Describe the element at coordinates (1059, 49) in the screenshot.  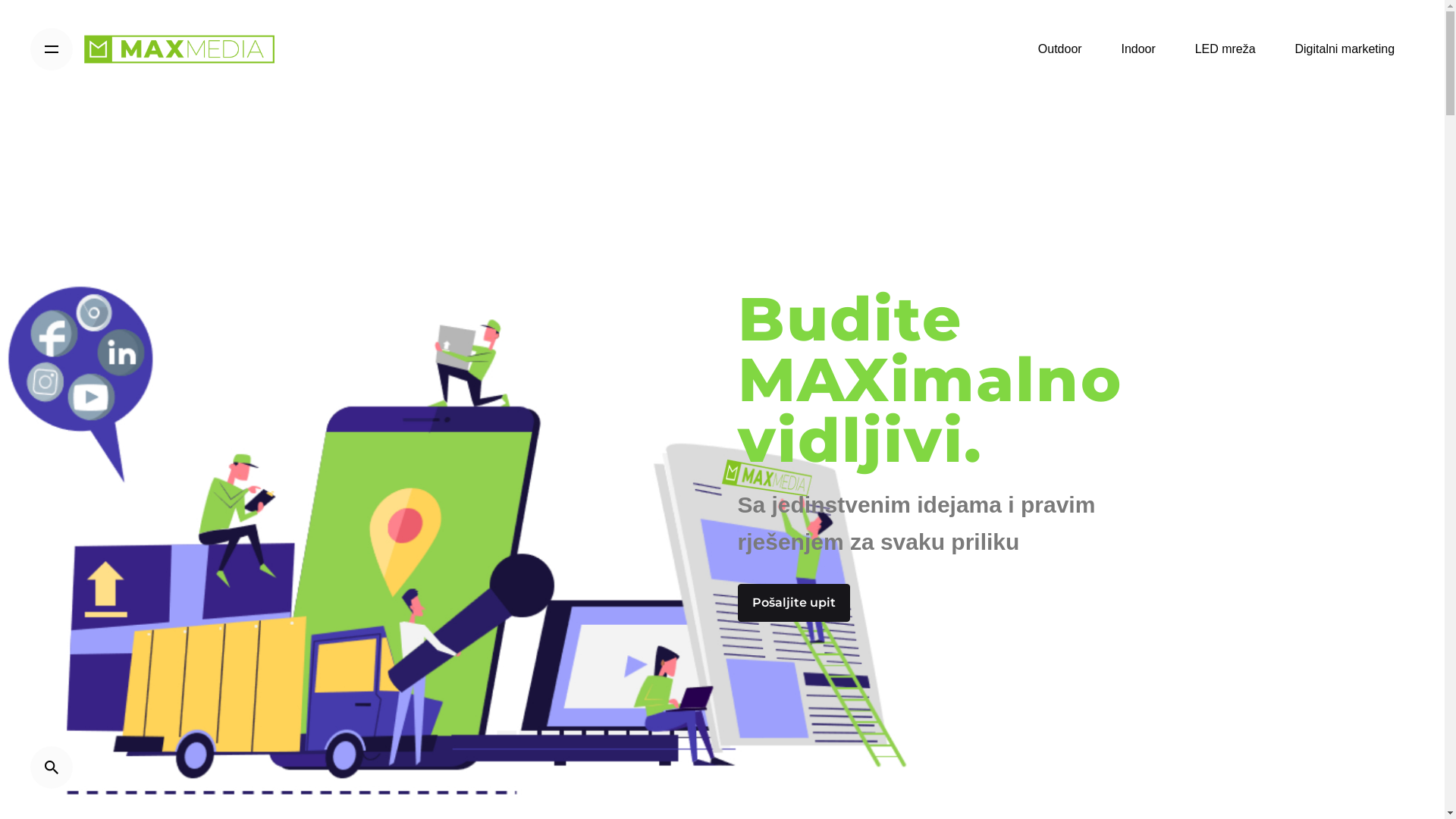
I see `'Outdoor'` at that location.